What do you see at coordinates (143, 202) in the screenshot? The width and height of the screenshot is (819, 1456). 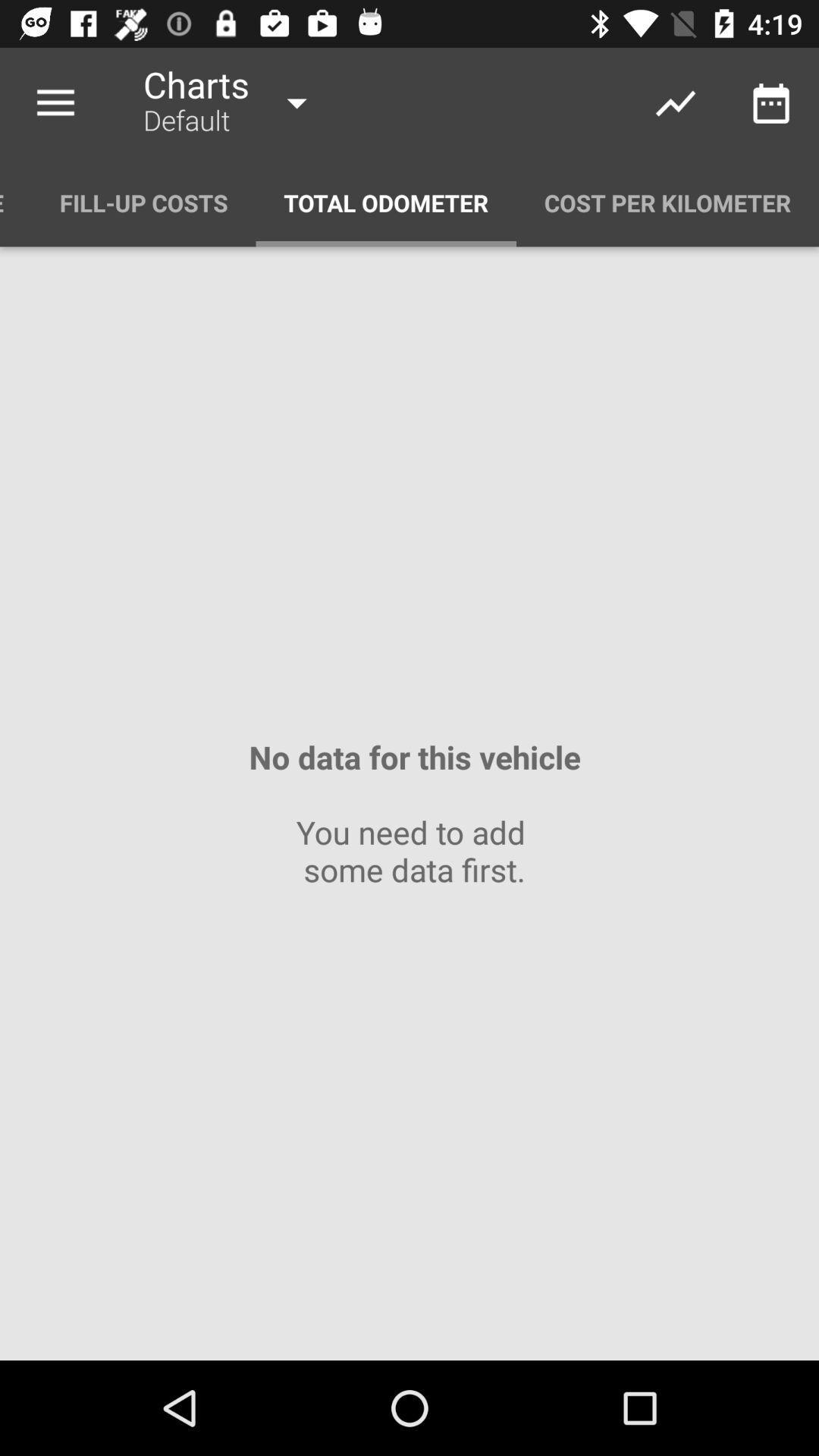 I see `fill-up costs` at bounding box center [143, 202].